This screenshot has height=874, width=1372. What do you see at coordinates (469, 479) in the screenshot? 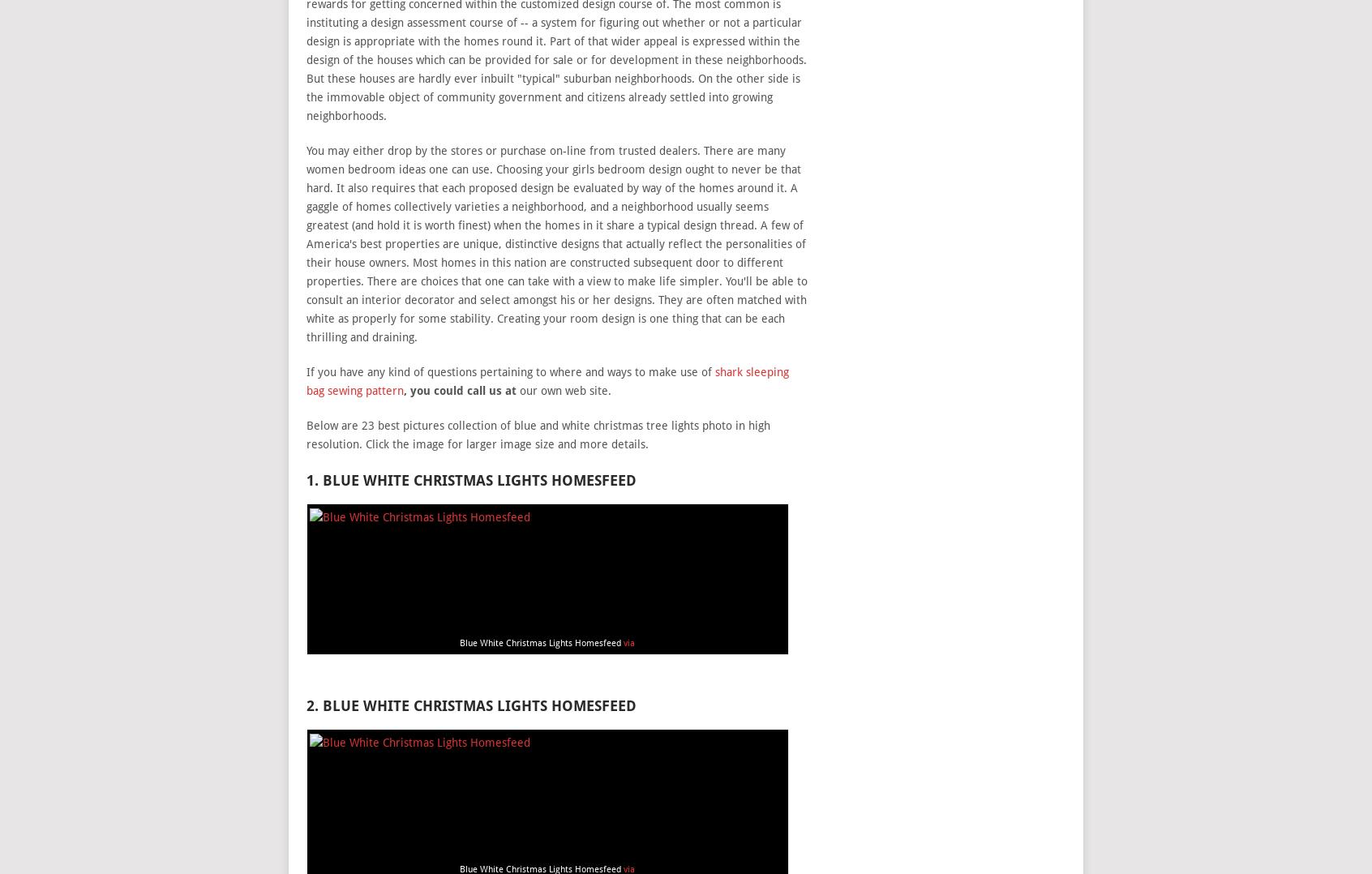
I see `'1. Blue White Christmas Lights Homesfeed'` at bounding box center [469, 479].